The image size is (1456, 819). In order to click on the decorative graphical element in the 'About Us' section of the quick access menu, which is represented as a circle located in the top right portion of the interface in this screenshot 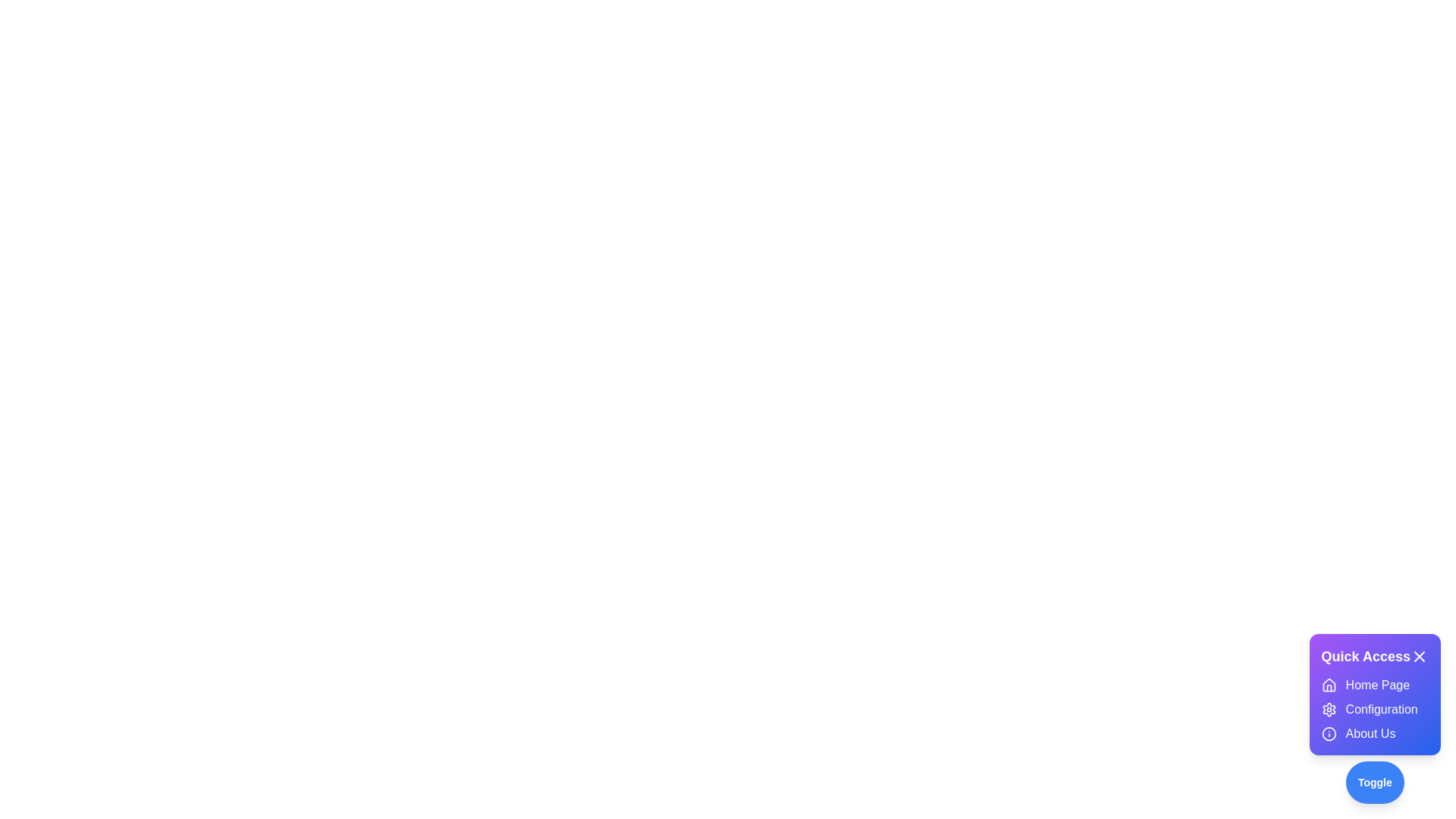, I will do `click(1328, 733)`.